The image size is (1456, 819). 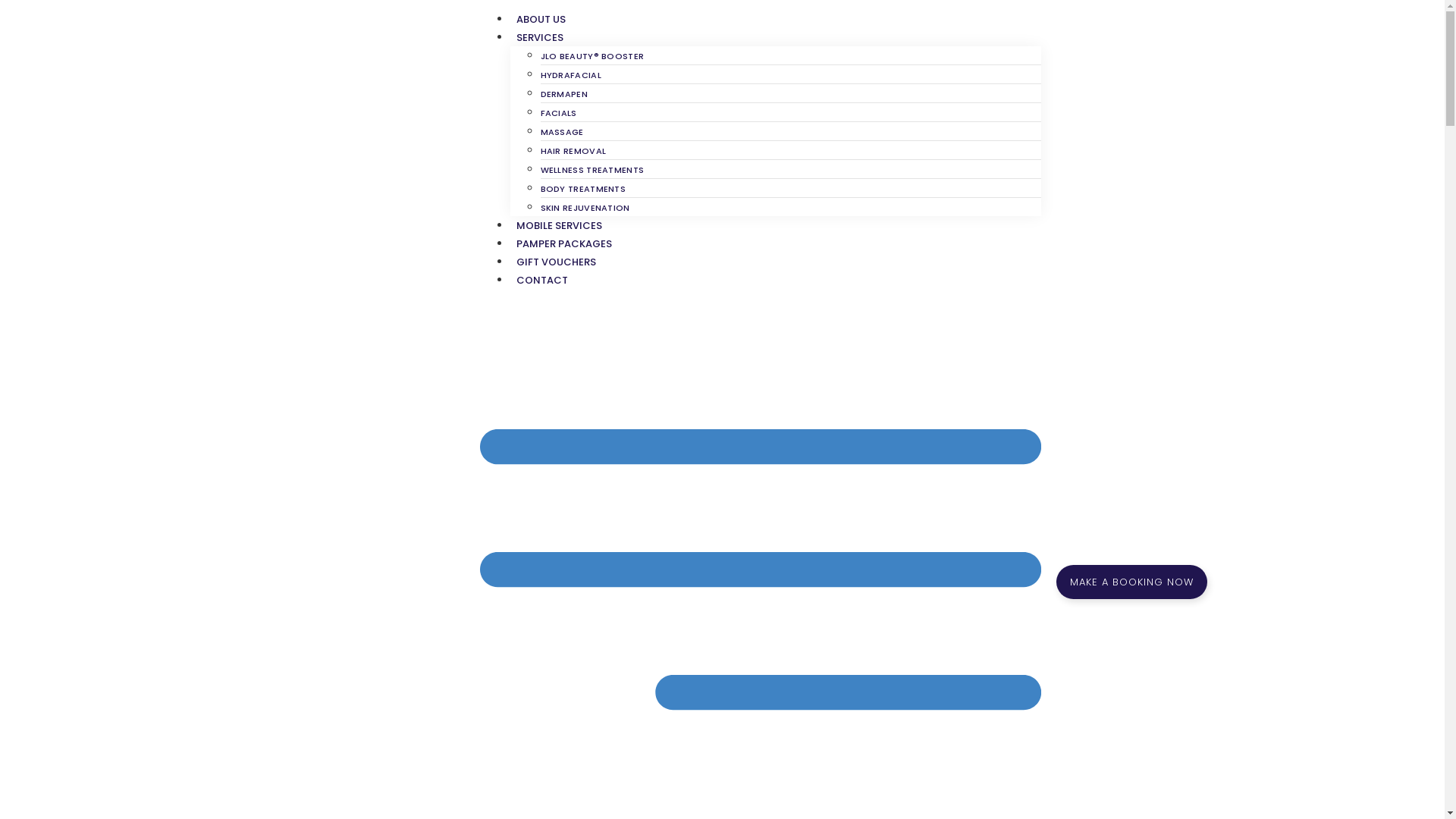 I want to click on 'ABOUT US', so click(x=510, y=19).